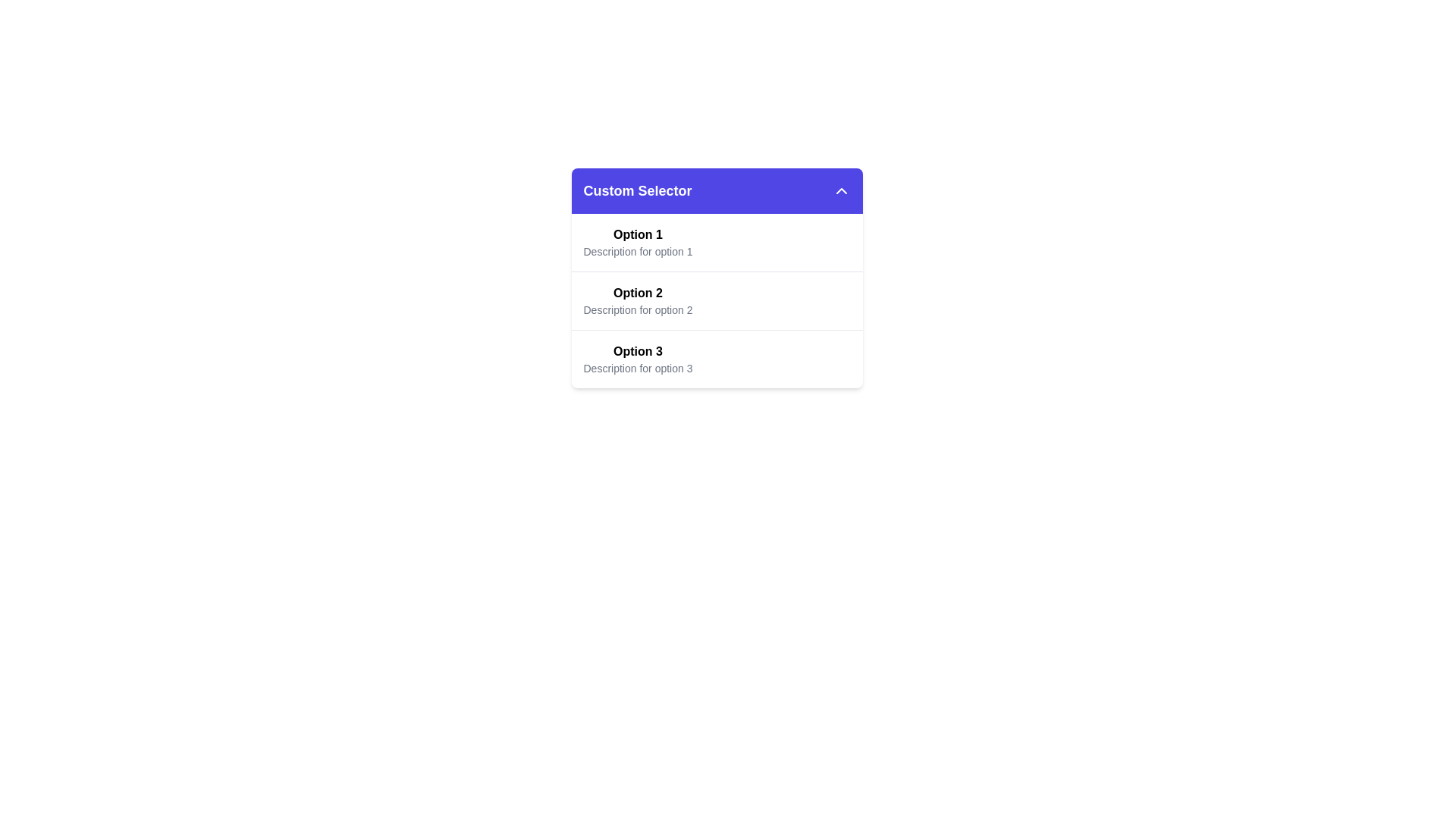 The height and width of the screenshot is (819, 1456). Describe the element at coordinates (638, 234) in the screenshot. I see `text label displaying 'Option 1', which is bold and positioned above the description text 'Description for option 1' in the Custom Selector menu` at that location.